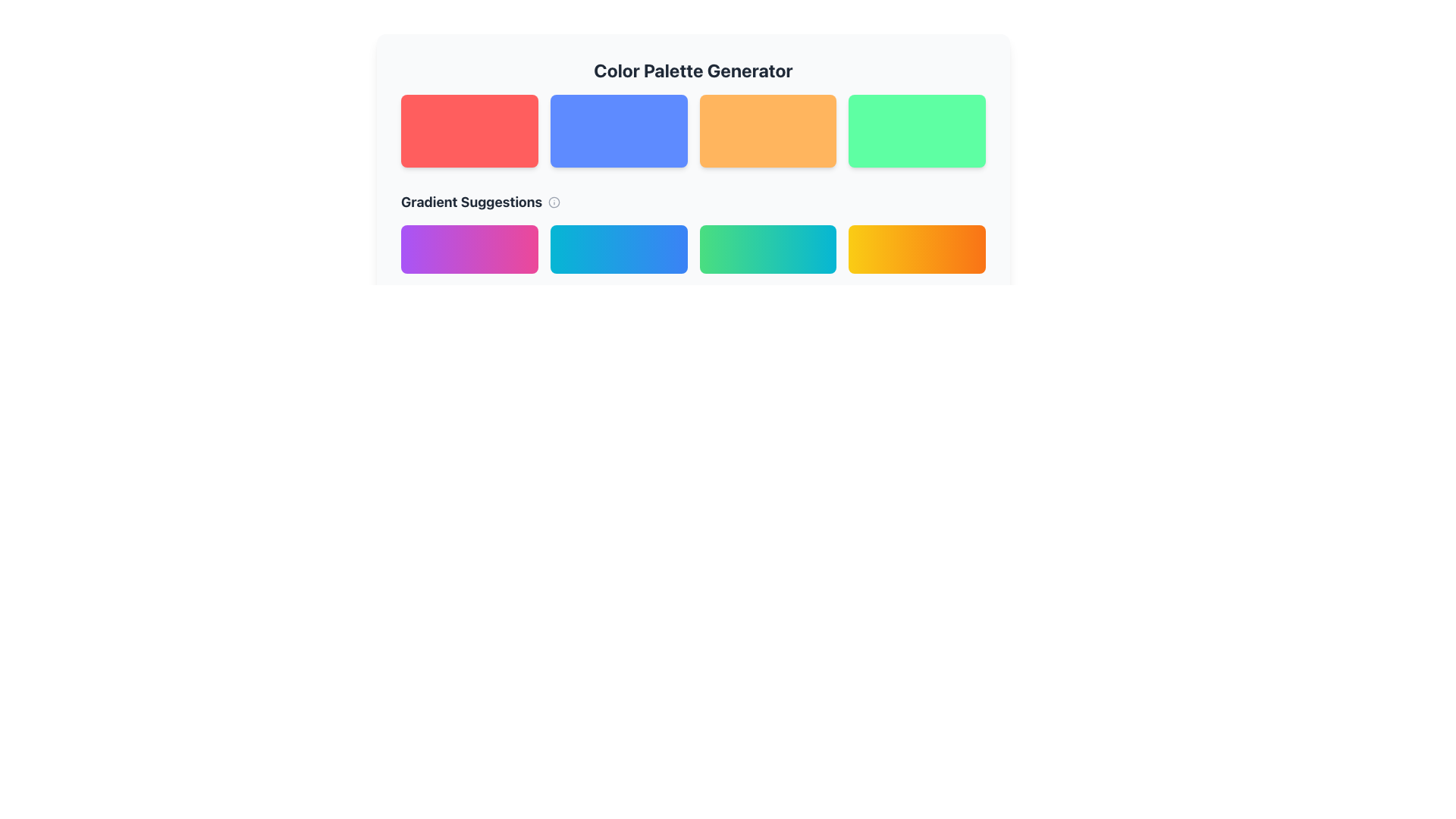 Image resolution: width=1456 pixels, height=819 pixels. I want to click on the small circular button with a heart icon in gray, located at the bottom-right corner of the red rectangular area, so click(522, 151).